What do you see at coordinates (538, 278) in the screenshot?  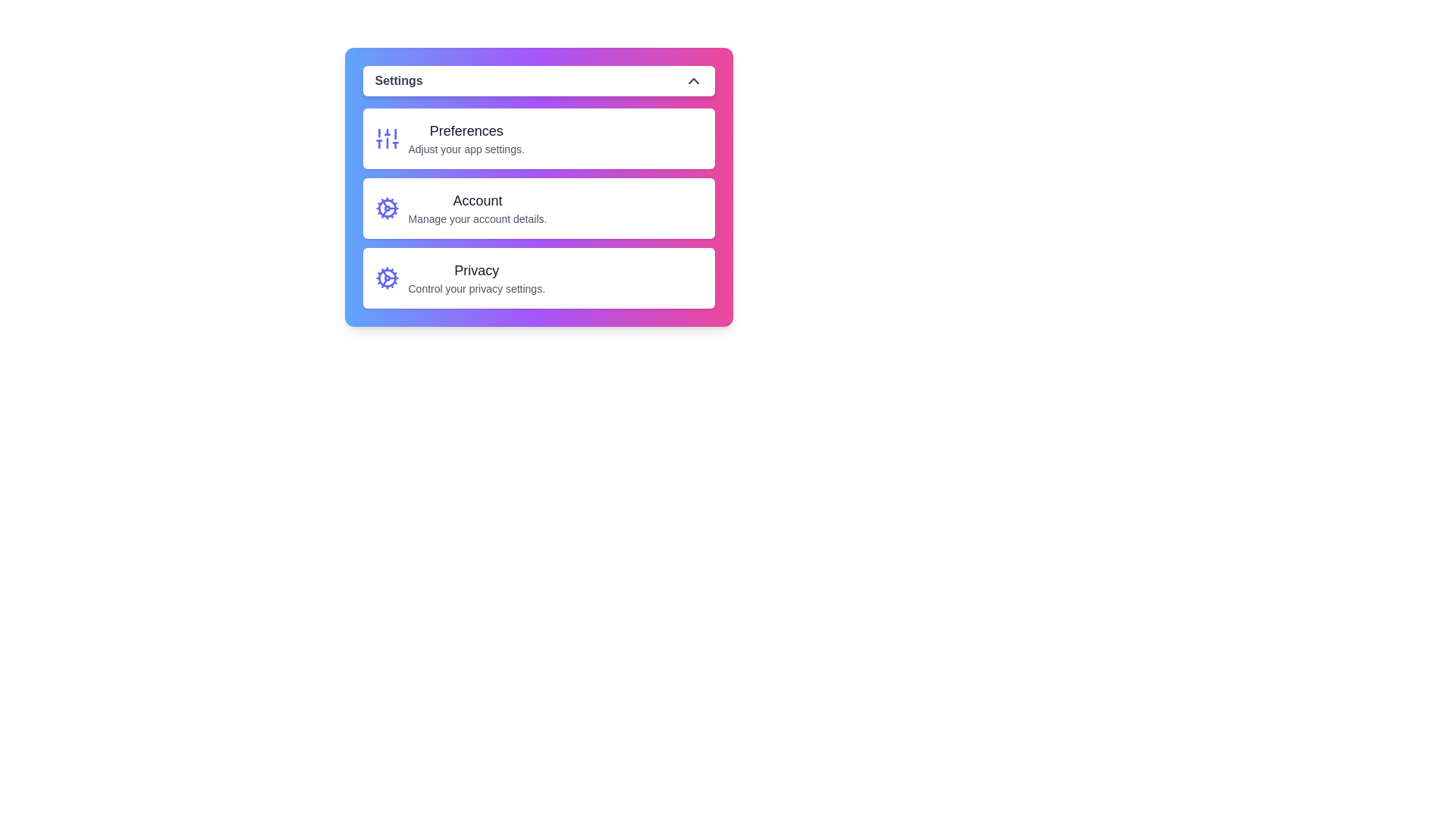 I see `the Privacy option from the settings menu` at bounding box center [538, 278].